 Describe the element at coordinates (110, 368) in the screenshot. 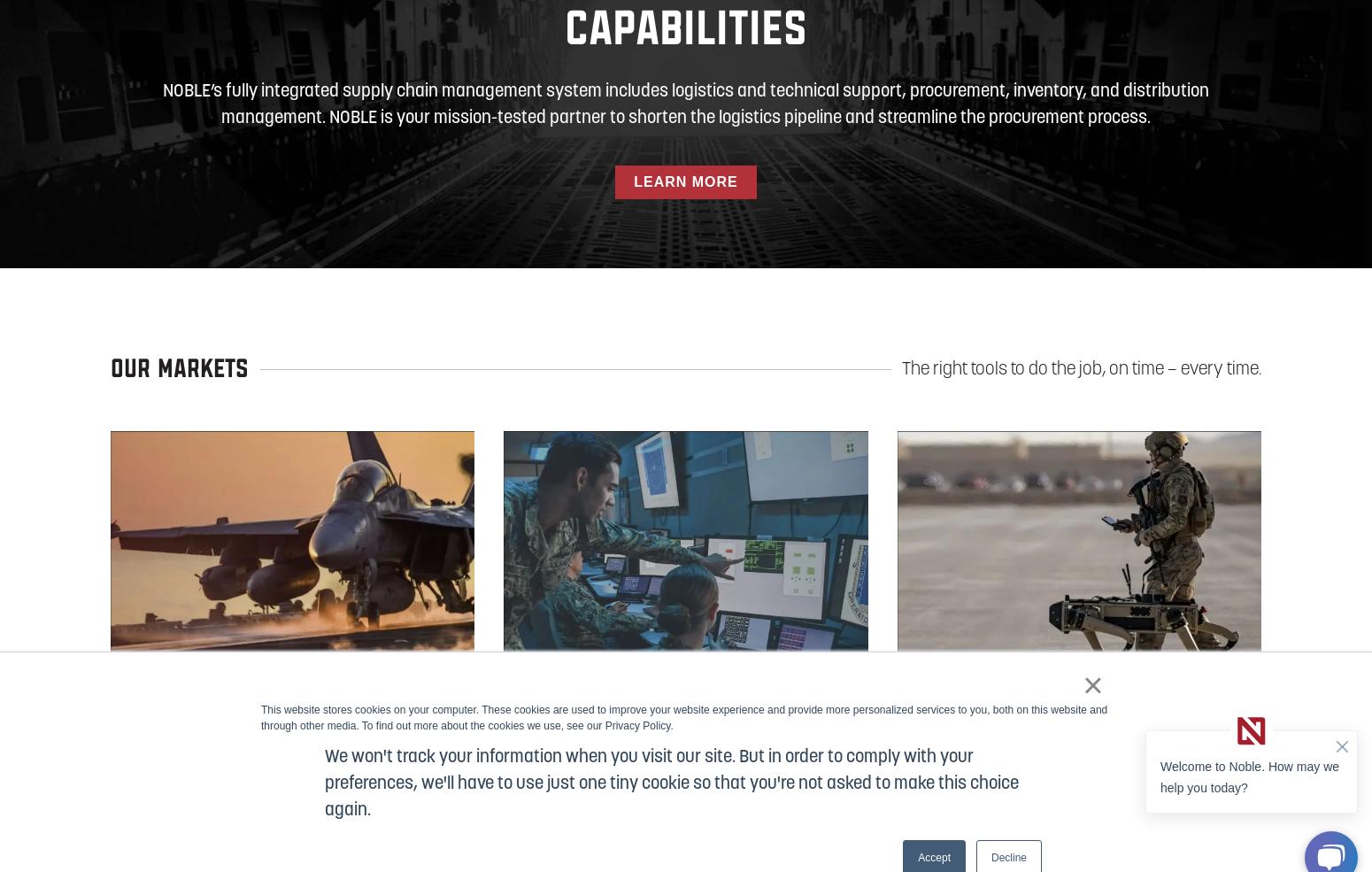

I see `'Our Markets'` at that location.